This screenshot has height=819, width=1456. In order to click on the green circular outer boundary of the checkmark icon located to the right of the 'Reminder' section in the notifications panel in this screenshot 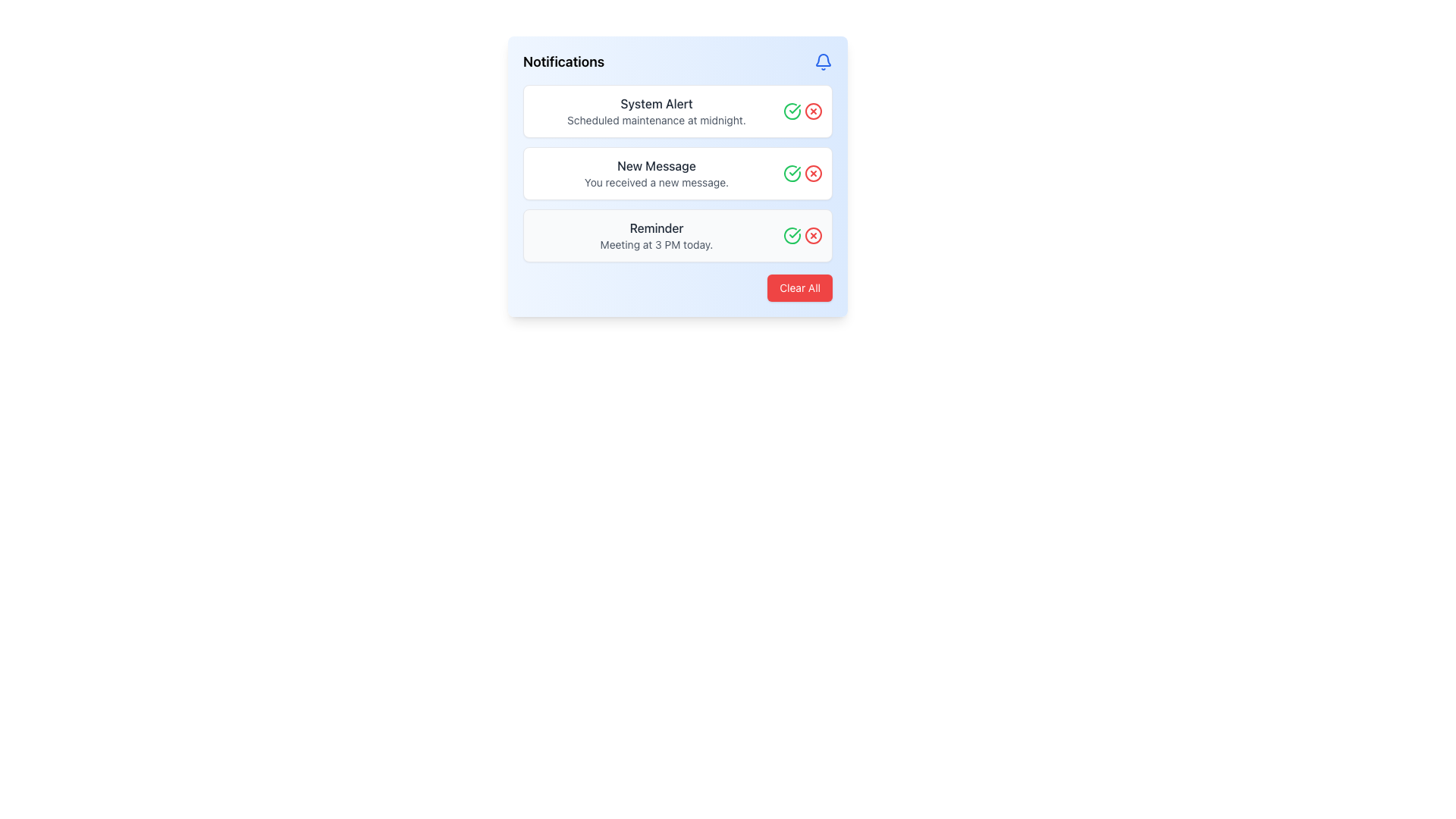, I will do `click(792, 236)`.